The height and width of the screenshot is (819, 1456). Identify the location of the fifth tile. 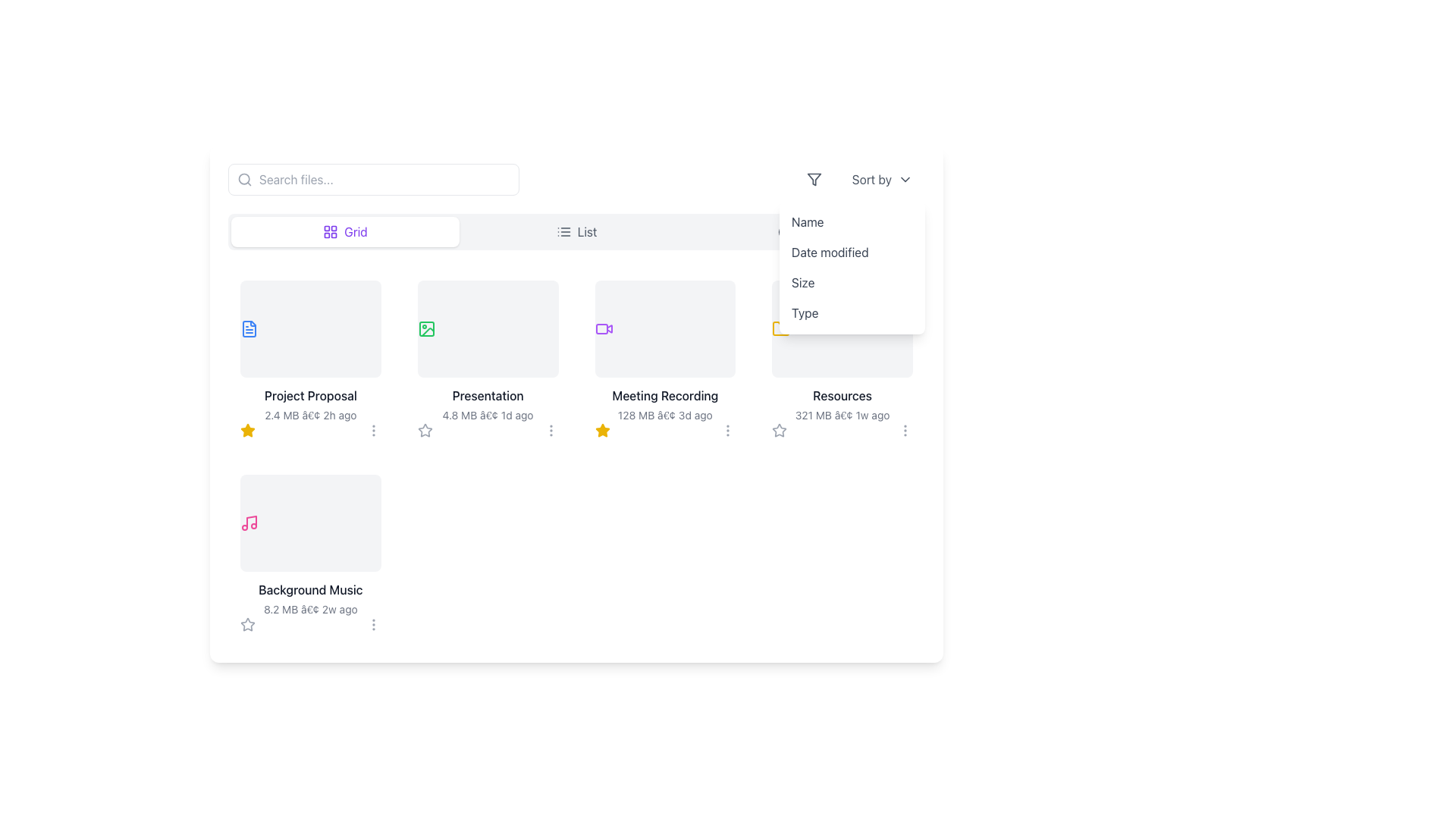
(309, 553).